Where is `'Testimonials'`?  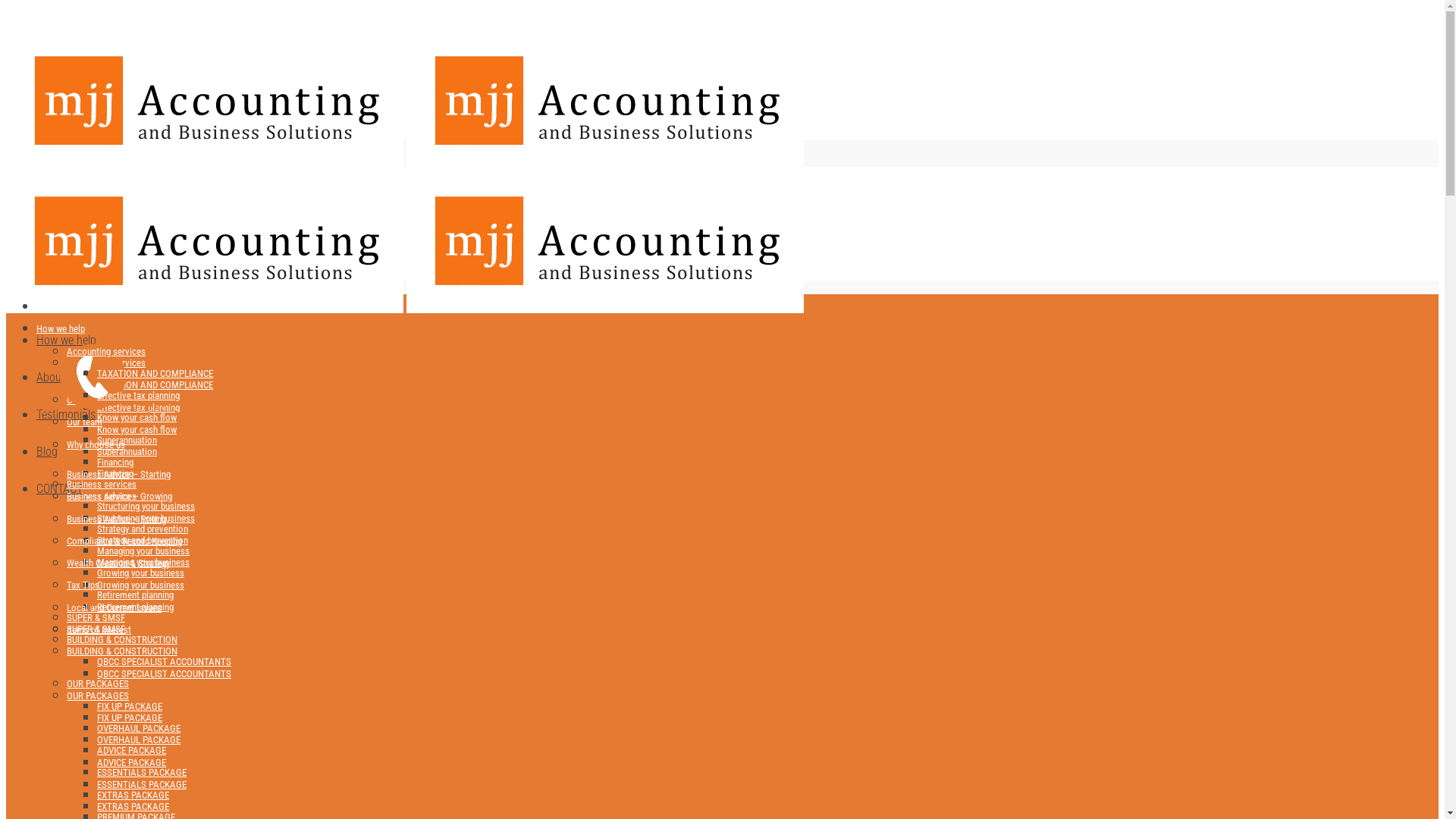
'Testimonials' is located at coordinates (36, 414).